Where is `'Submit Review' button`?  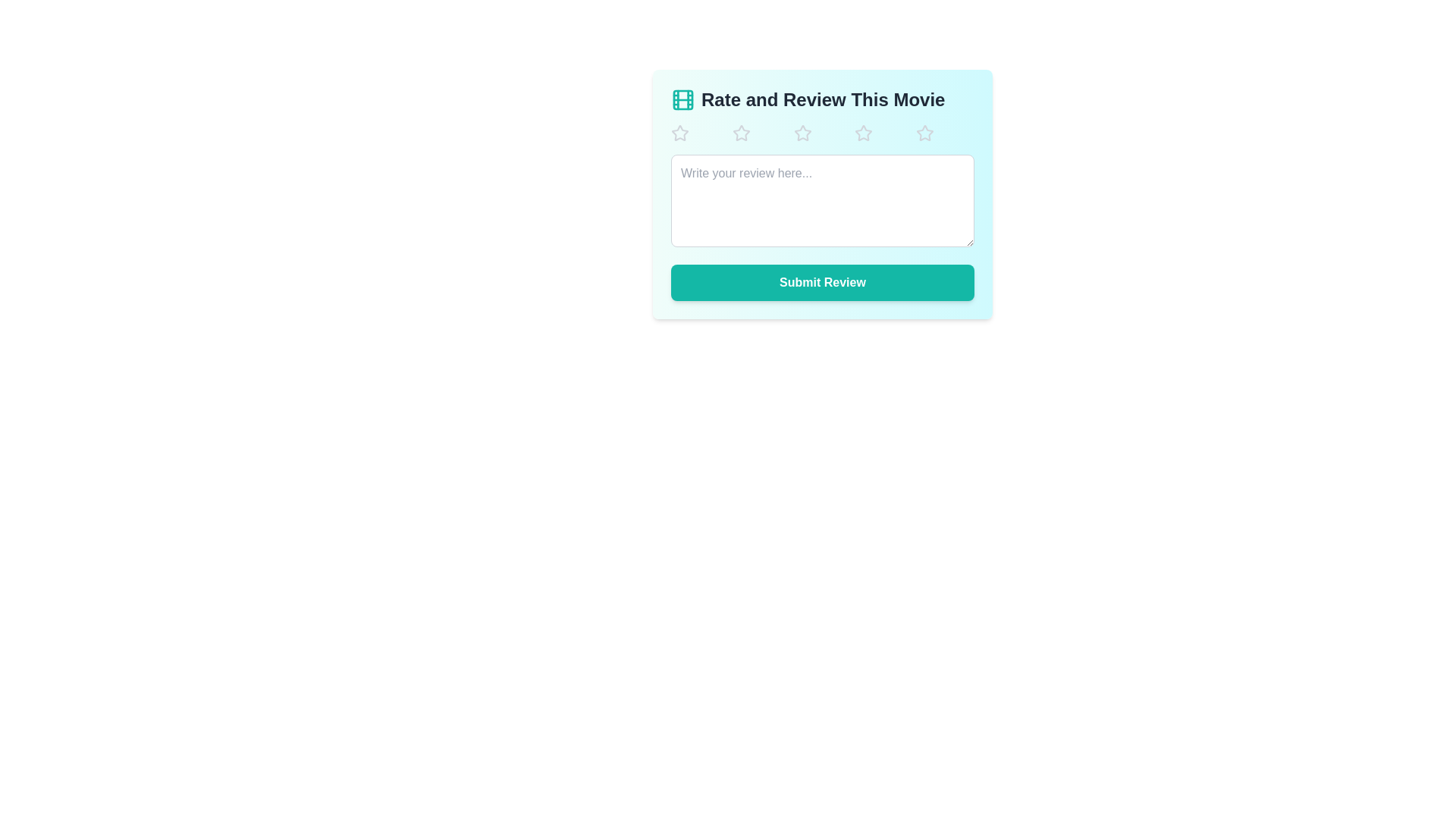 'Submit Review' button is located at coordinates (821, 283).